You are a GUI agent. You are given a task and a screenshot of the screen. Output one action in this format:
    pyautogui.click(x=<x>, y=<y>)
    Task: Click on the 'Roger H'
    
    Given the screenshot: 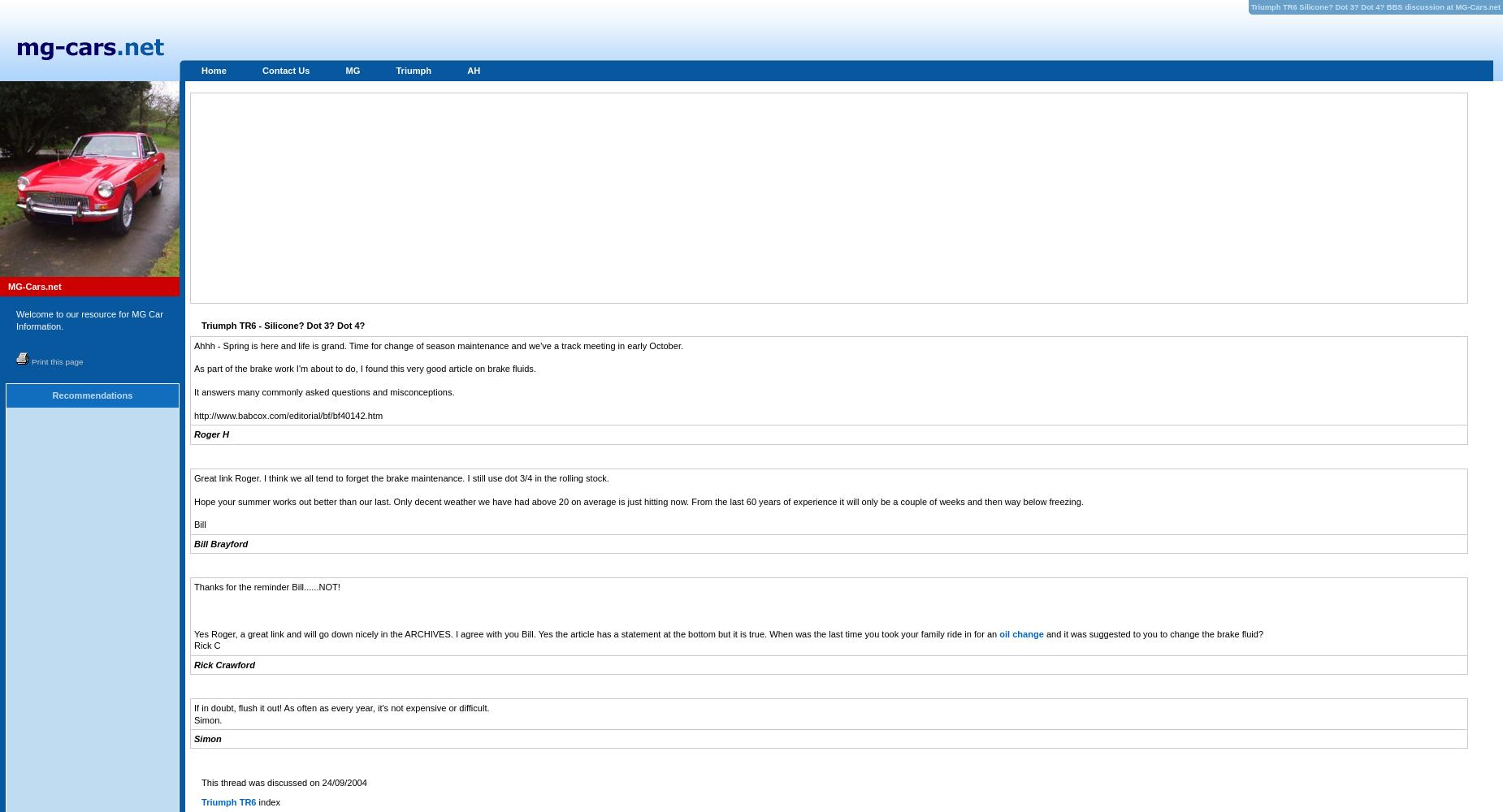 What is the action you would take?
    pyautogui.click(x=210, y=434)
    